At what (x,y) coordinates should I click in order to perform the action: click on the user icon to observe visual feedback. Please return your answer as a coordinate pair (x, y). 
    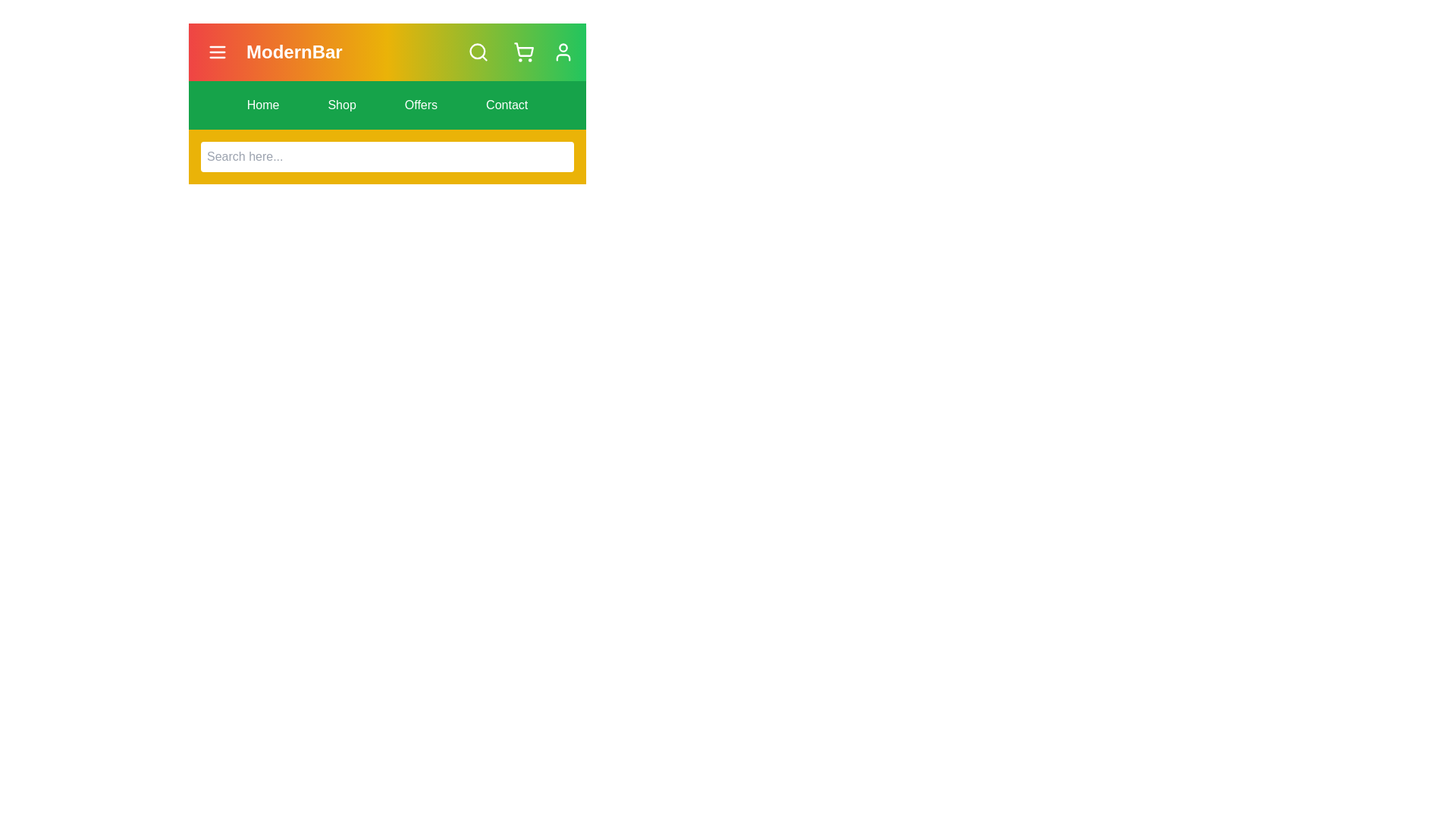
    Looking at the image, I should click on (563, 52).